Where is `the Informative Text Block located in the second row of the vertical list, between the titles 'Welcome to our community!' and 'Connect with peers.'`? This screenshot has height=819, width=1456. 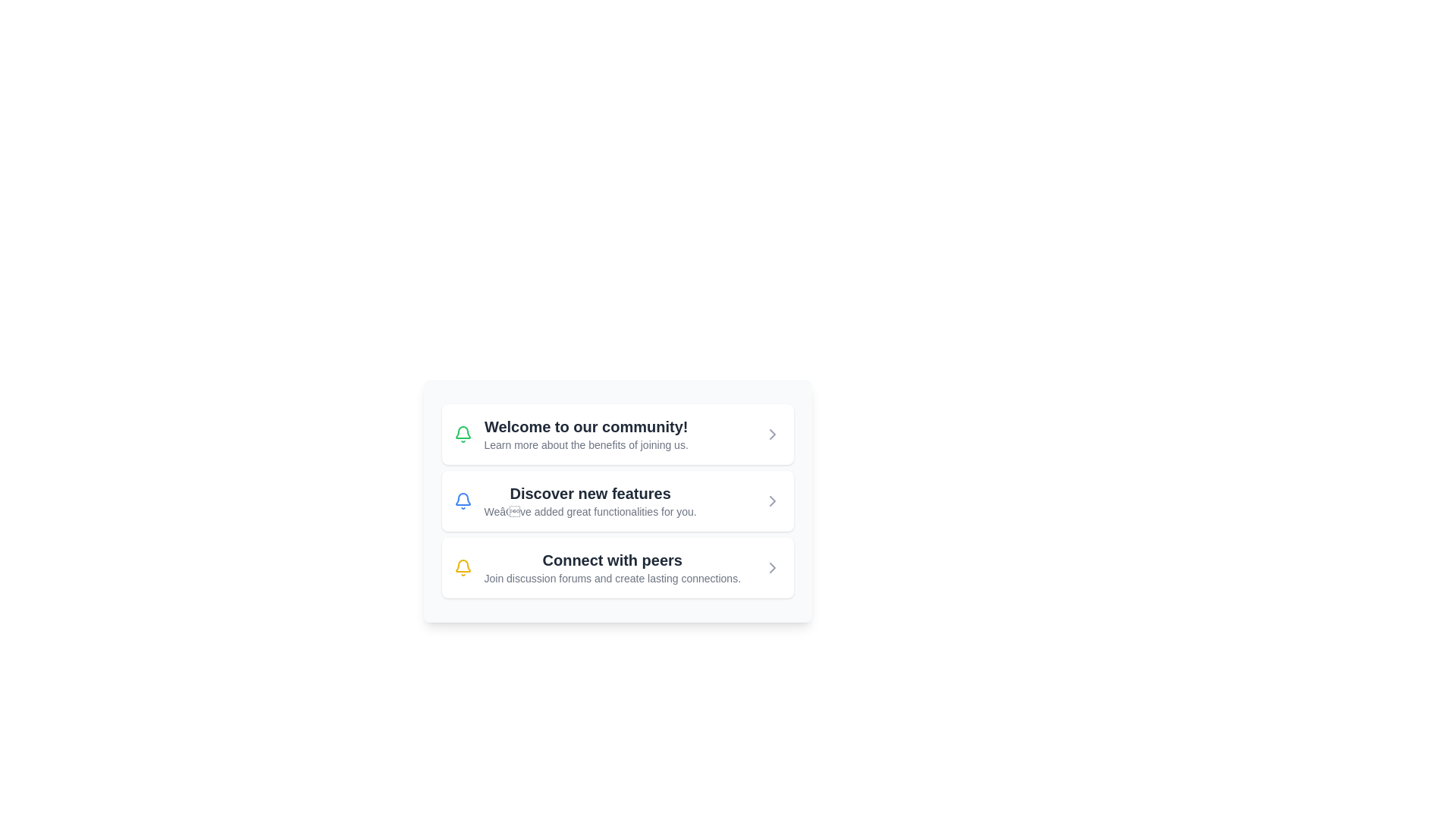
the Informative Text Block located in the second row of the vertical list, between the titles 'Welcome to our community!' and 'Connect with peers.' is located at coordinates (589, 500).